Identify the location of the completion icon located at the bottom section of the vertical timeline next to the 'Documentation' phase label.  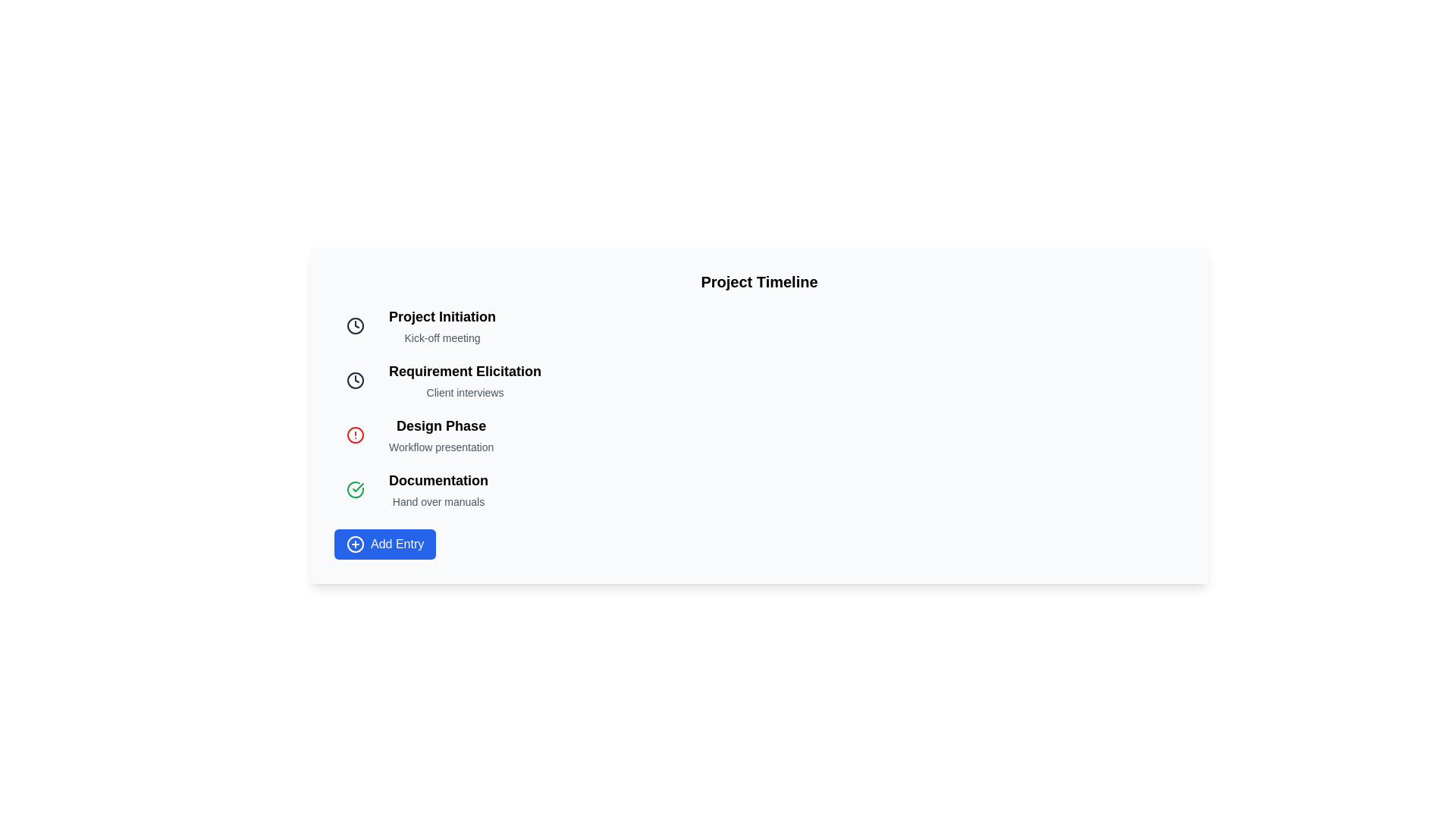
(357, 488).